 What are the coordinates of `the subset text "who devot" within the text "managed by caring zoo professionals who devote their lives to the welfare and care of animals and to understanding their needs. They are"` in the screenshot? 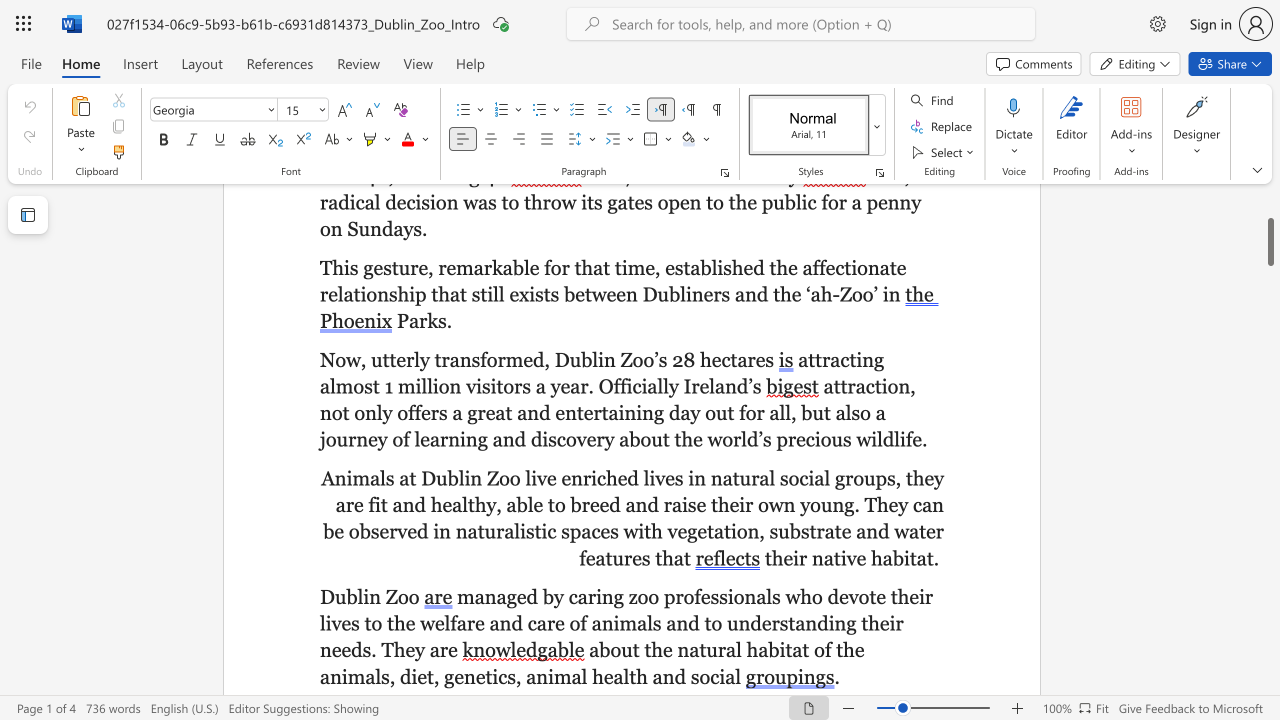 It's located at (784, 595).